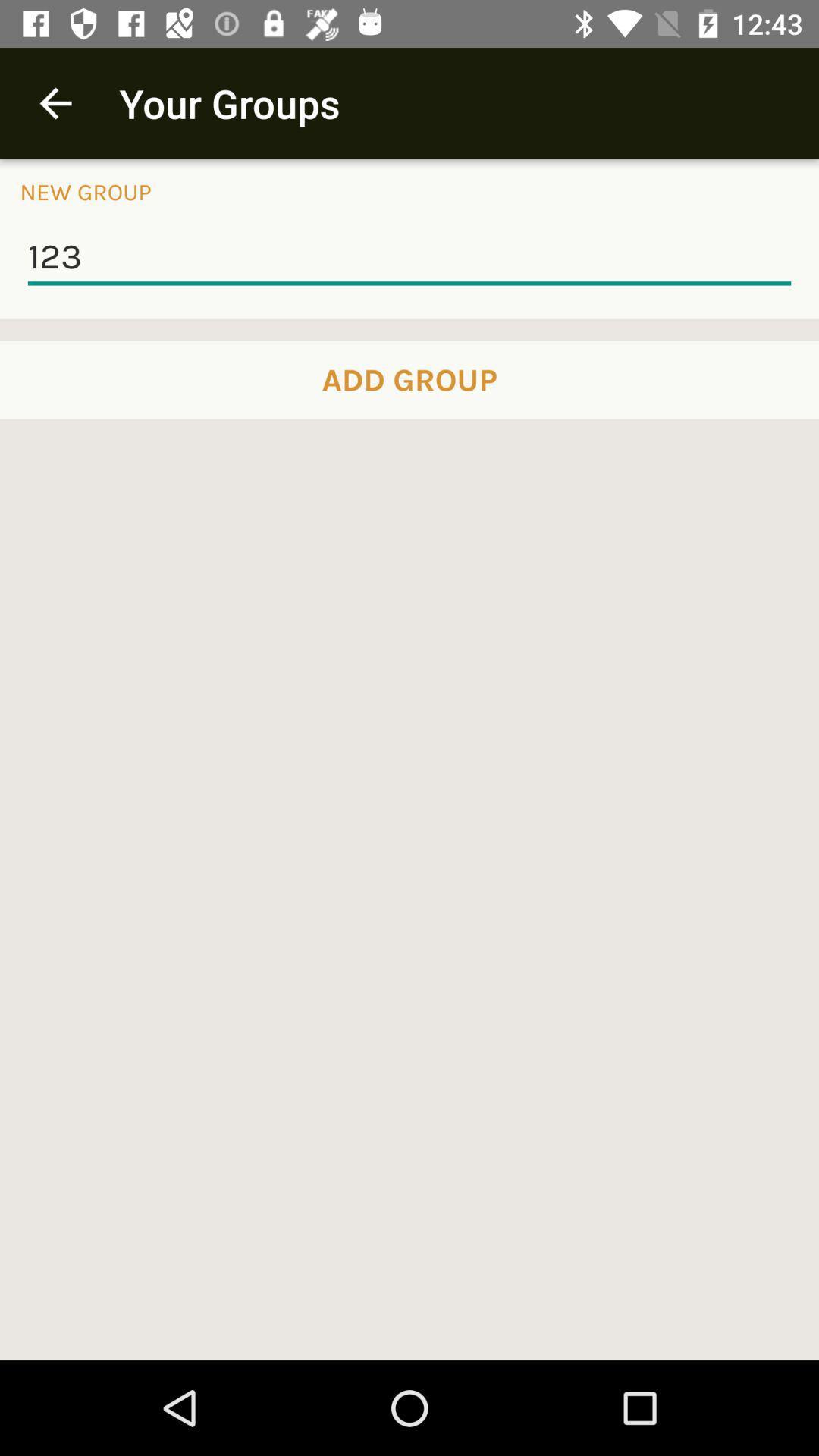 Image resolution: width=819 pixels, height=1456 pixels. Describe the element at coordinates (409, 258) in the screenshot. I see `icon below new group` at that location.